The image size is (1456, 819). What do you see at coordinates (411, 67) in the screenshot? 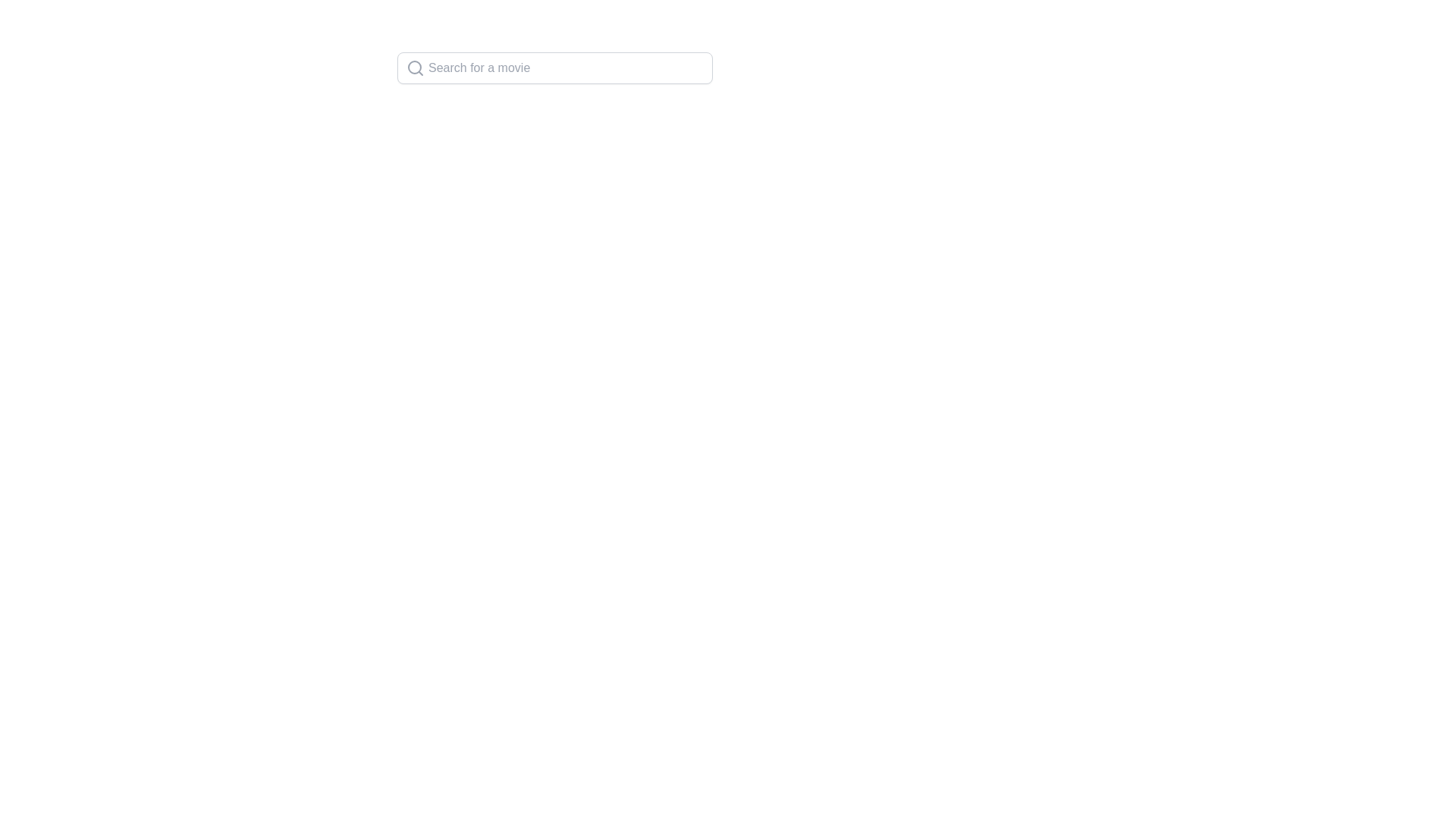
I see `the gray magnifying glass icon to focus the associated input field labeled 'Search for a movie'` at bounding box center [411, 67].